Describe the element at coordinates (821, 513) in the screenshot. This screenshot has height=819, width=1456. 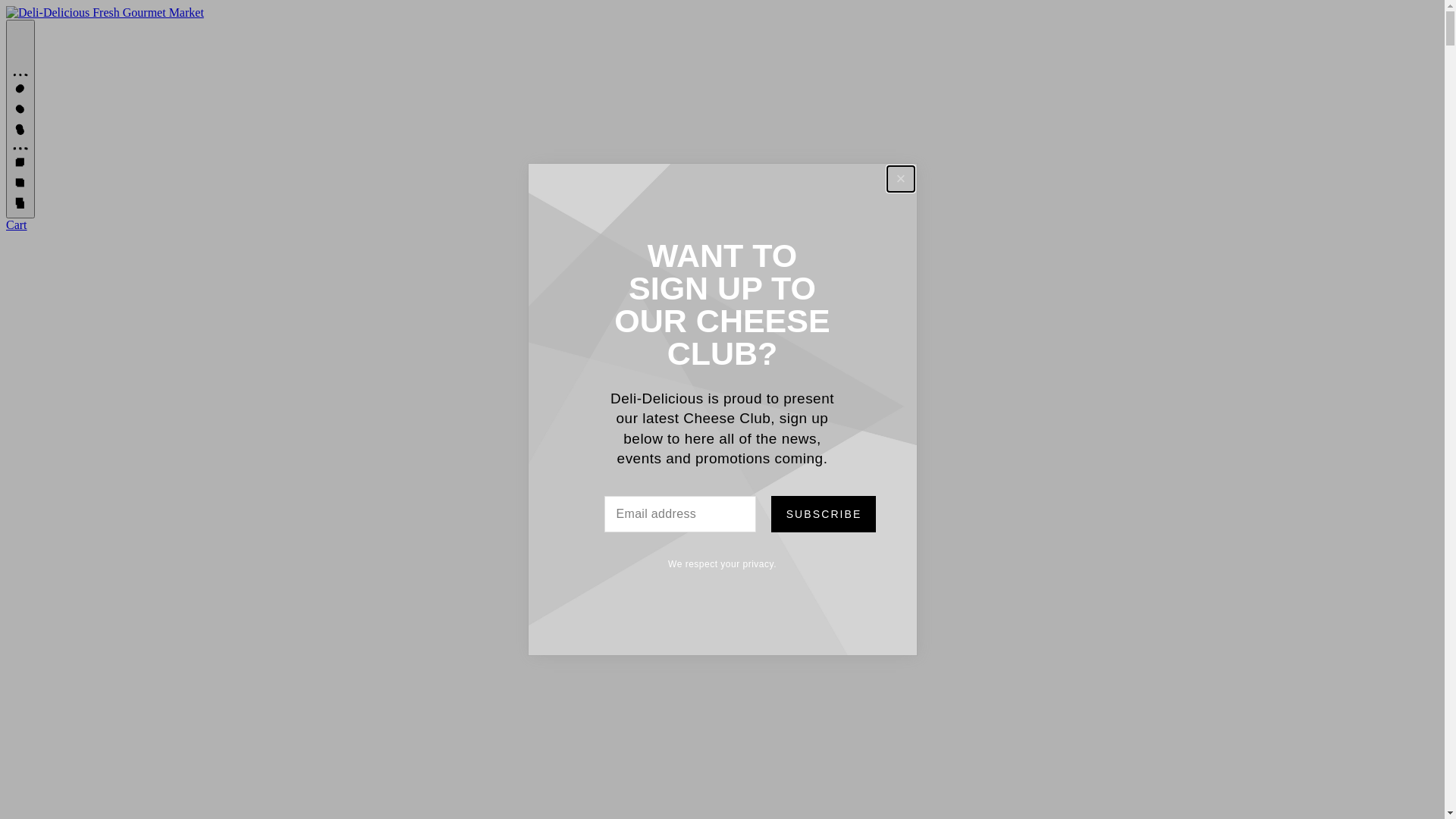
I see `'SUBSCRIBE'` at that location.